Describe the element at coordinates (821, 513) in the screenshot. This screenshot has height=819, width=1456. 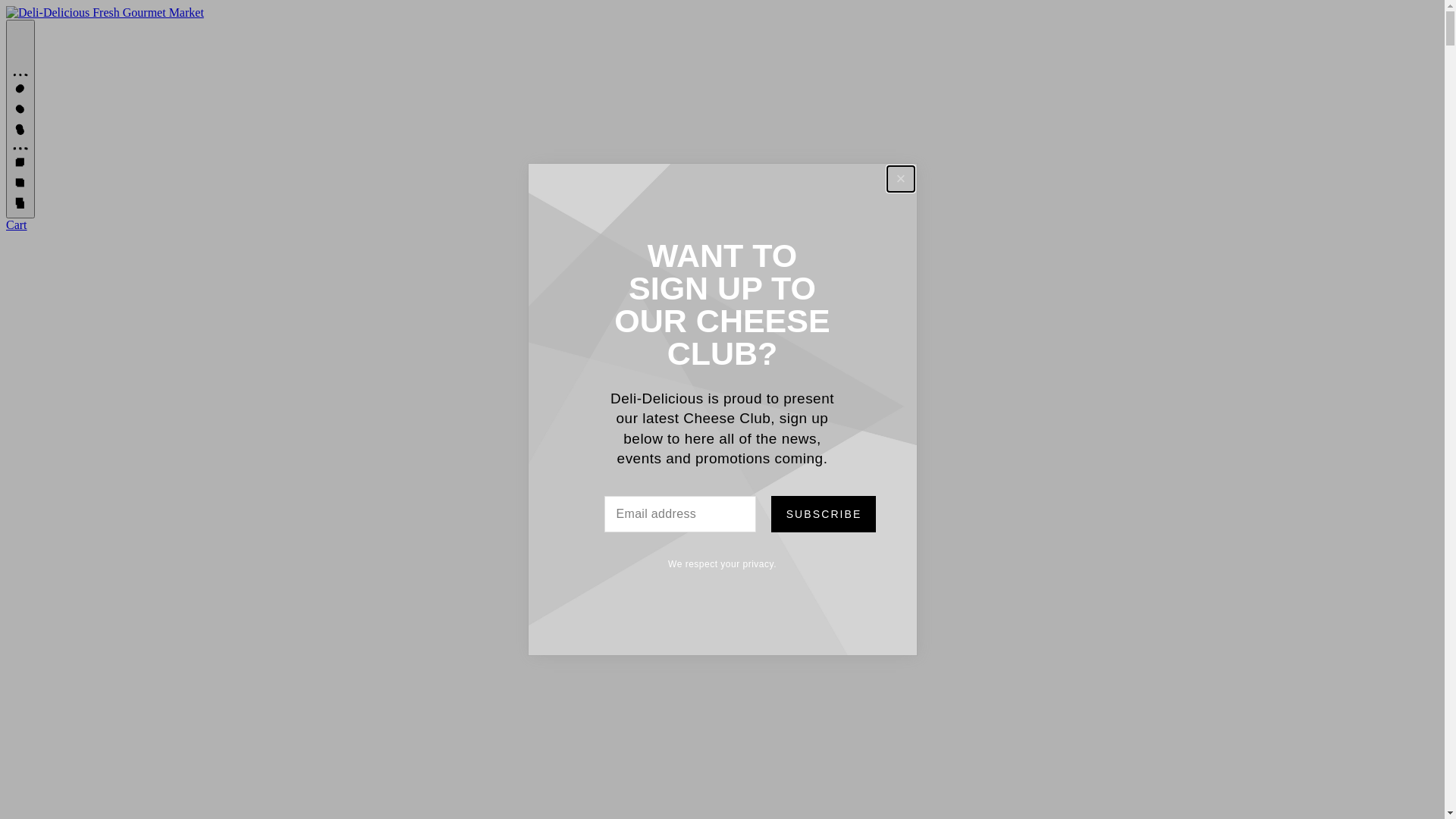
I see `'SUBSCRIBE'` at that location.